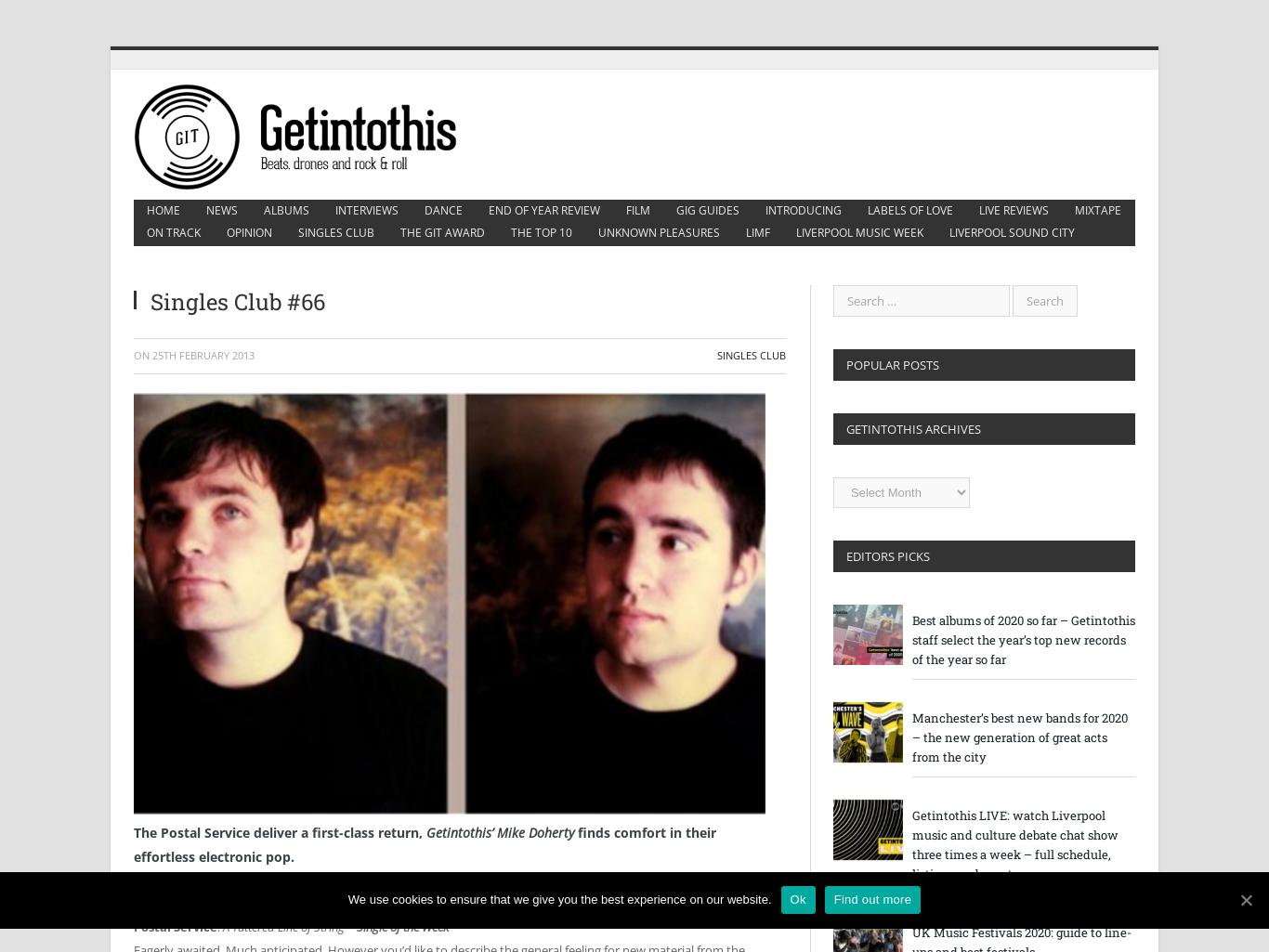 Image resolution: width=1269 pixels, height=952 pixels. Describe the element at coordinates (141, 355) in the screenshot. I see `'on'` at that location.